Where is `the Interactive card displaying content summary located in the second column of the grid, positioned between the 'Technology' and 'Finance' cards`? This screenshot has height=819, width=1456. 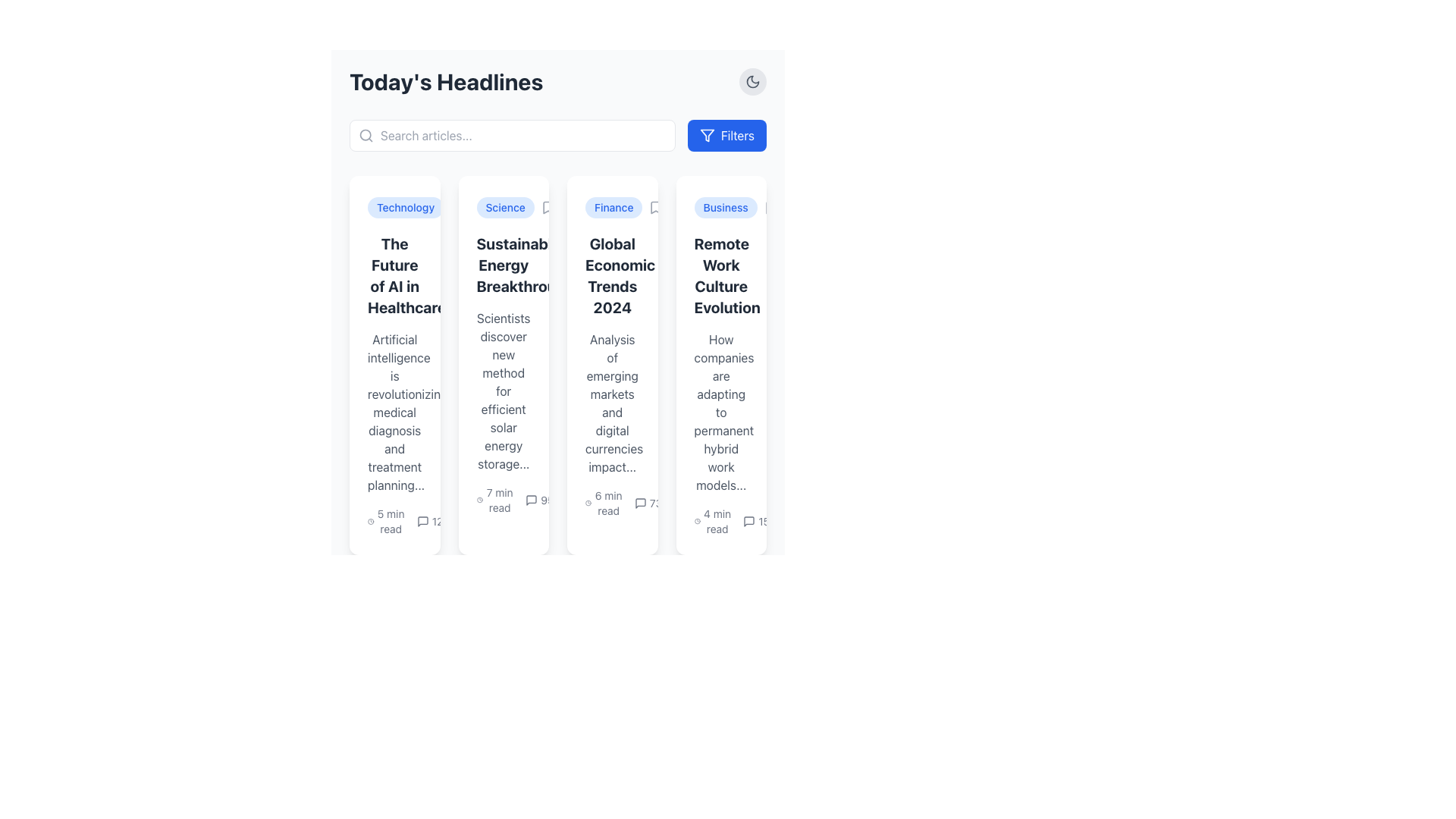
the Interactive card displaying content summary located in the second column of the grid, positioned between the 'Technology' and 'Finance' cards is located at coordinates (504, 366).